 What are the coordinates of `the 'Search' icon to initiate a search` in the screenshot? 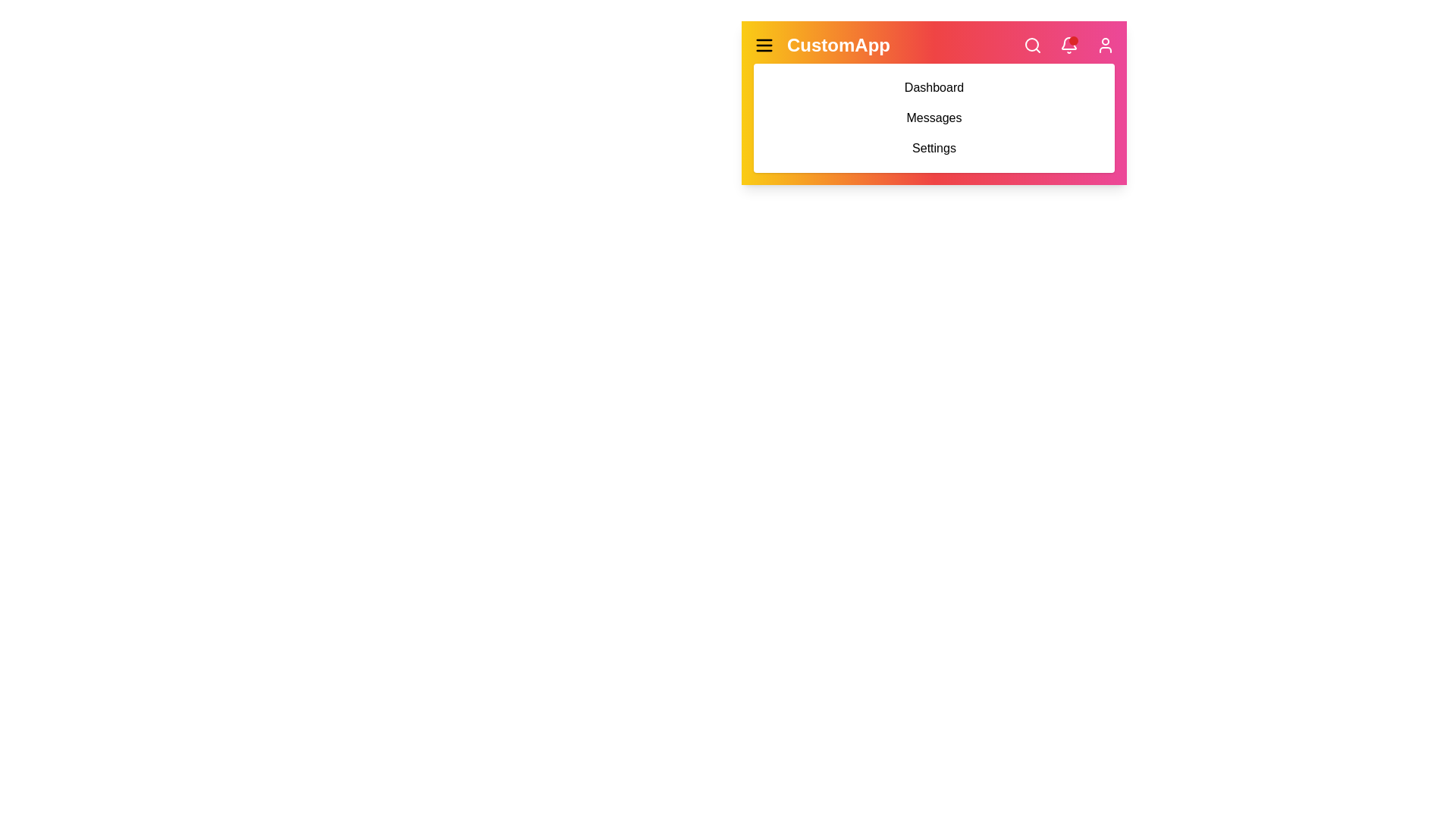 It's located at (1032, 45).